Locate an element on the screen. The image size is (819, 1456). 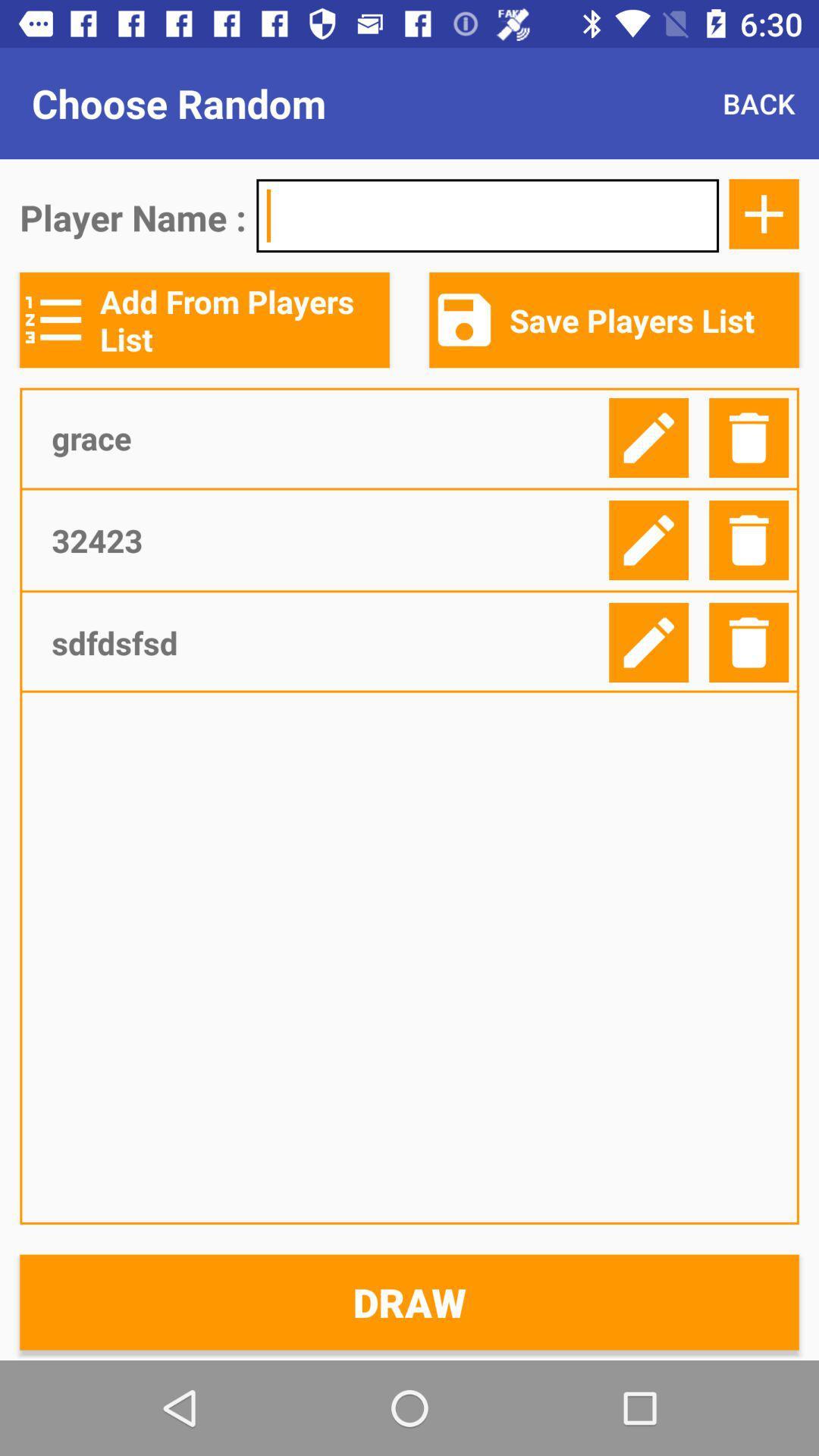
input player name is located at coordinates (488, 215).